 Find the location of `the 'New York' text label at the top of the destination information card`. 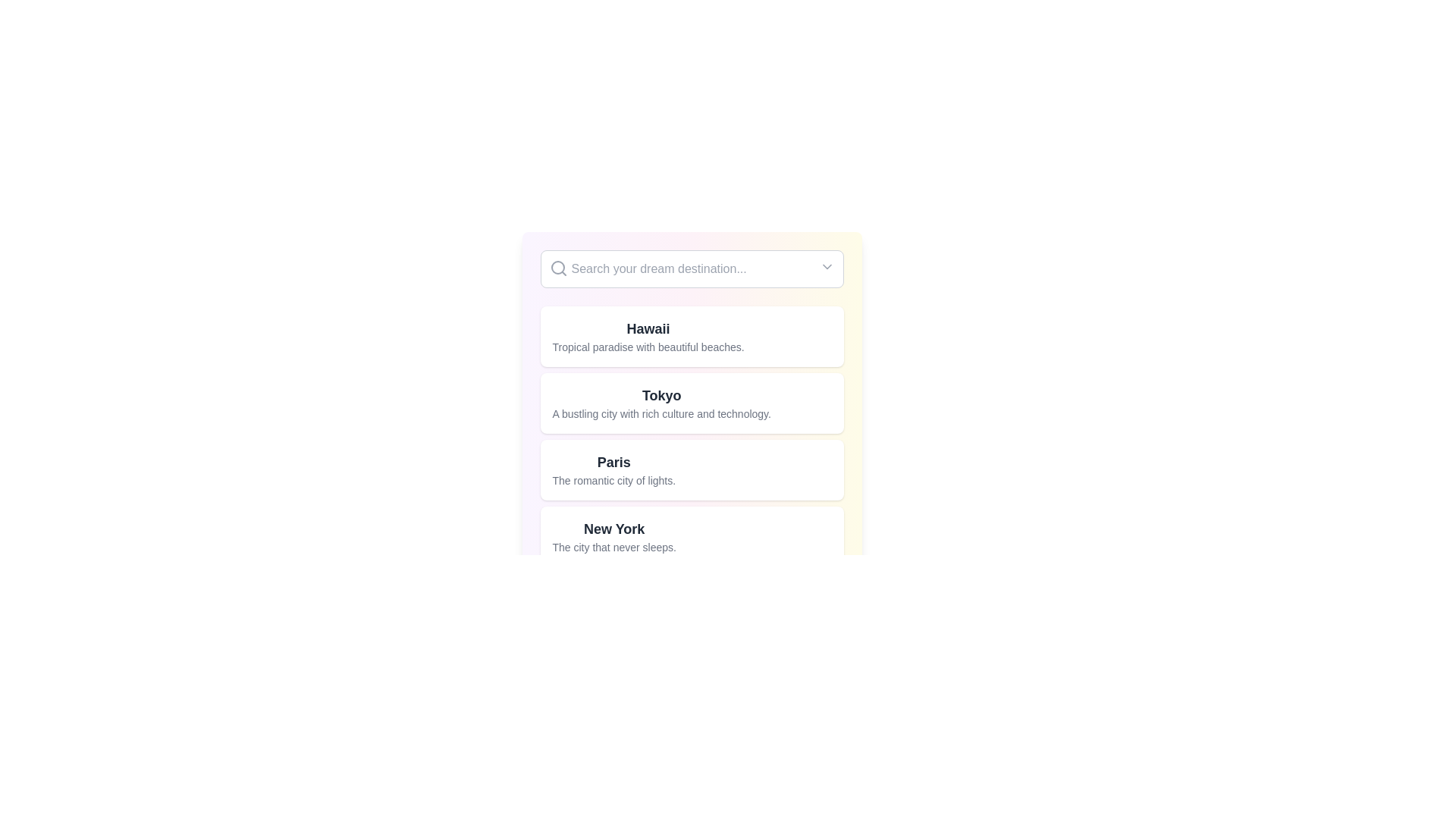

the 'New York' text label at the top of the destination information card is located at coordinates (614, 529).